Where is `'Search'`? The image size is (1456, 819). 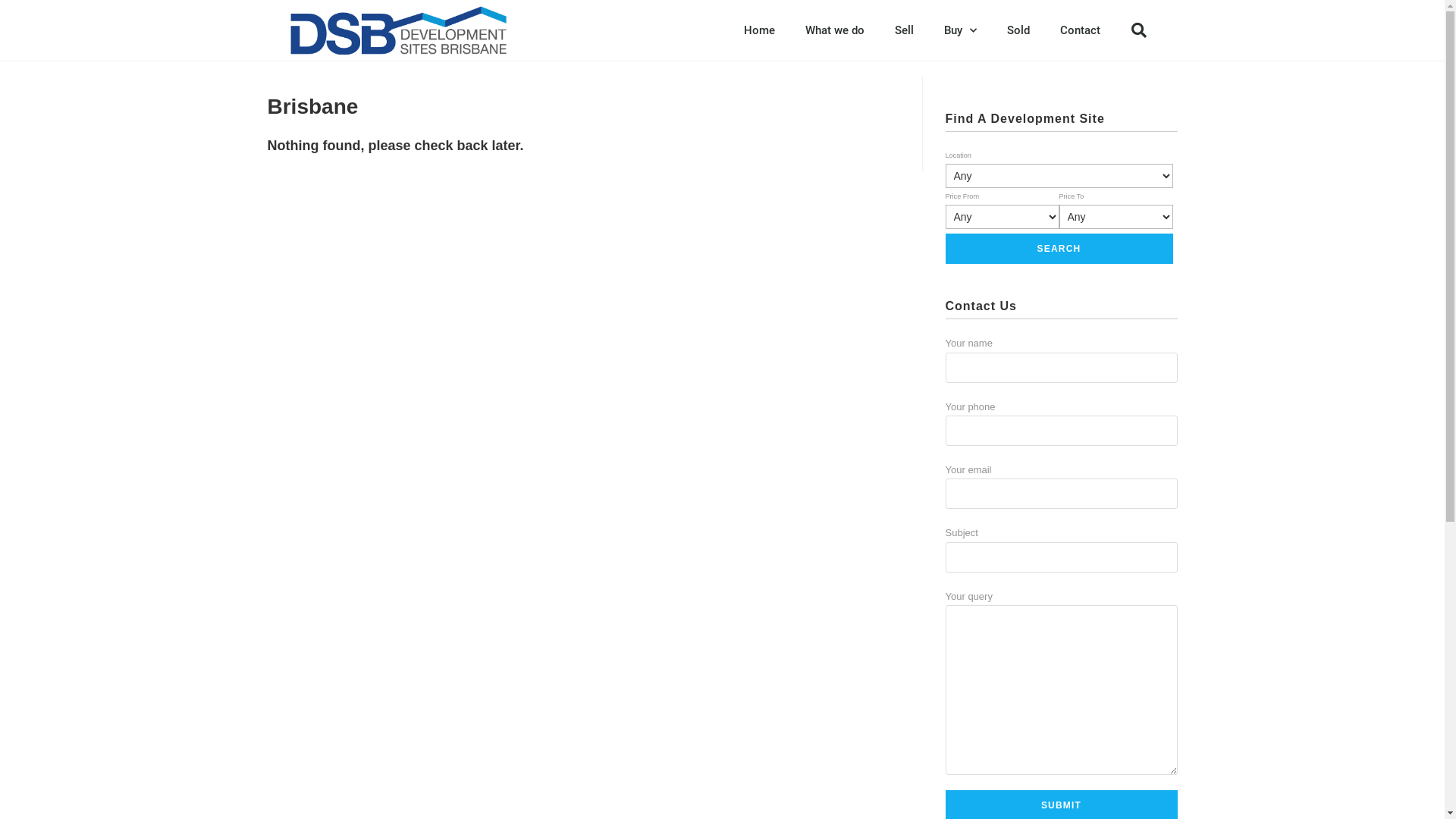 'Search' is located at coordinates (1058, 247).